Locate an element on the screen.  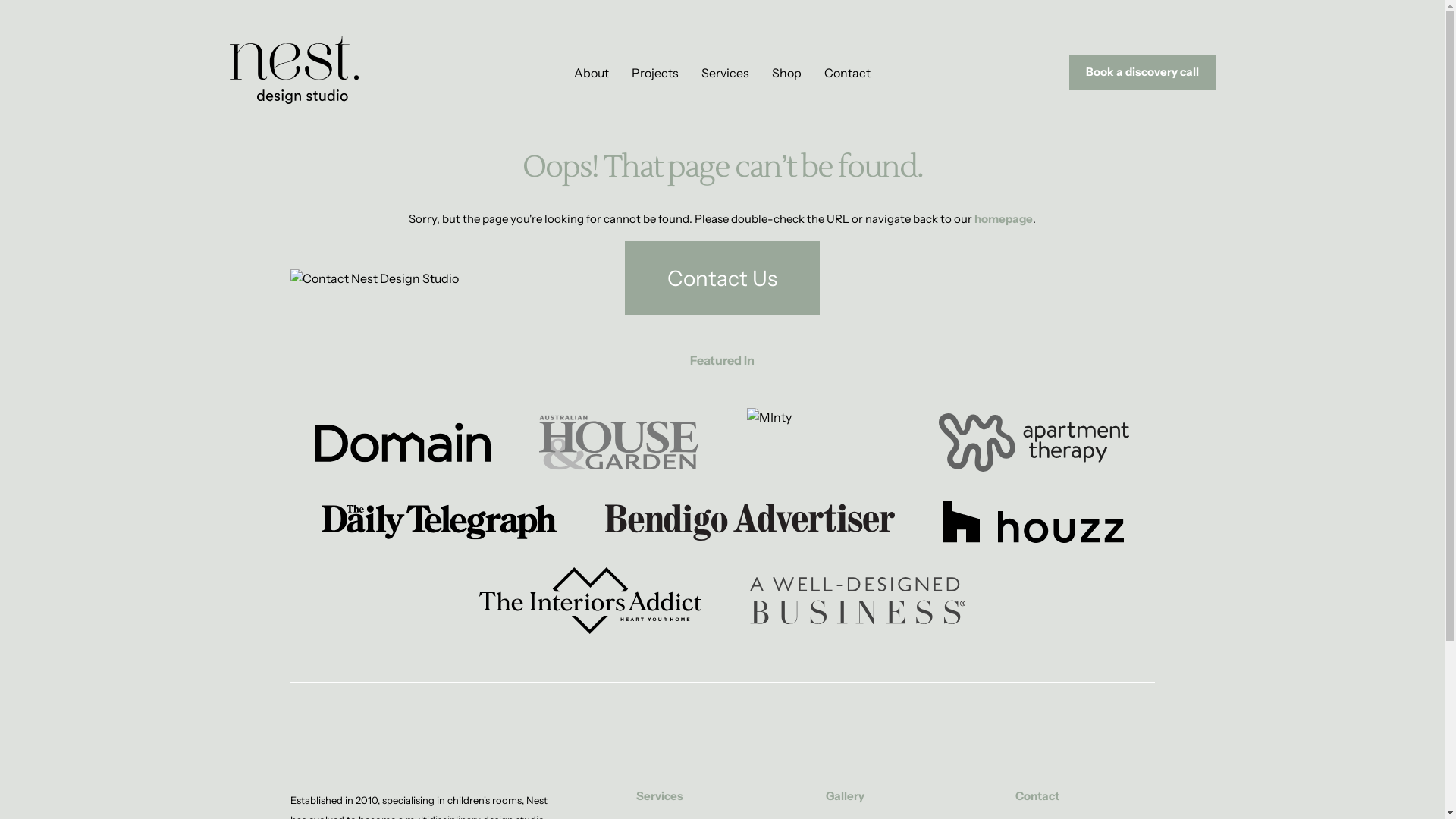
'Book a discovery call' is located at coordinates (1068, 72).